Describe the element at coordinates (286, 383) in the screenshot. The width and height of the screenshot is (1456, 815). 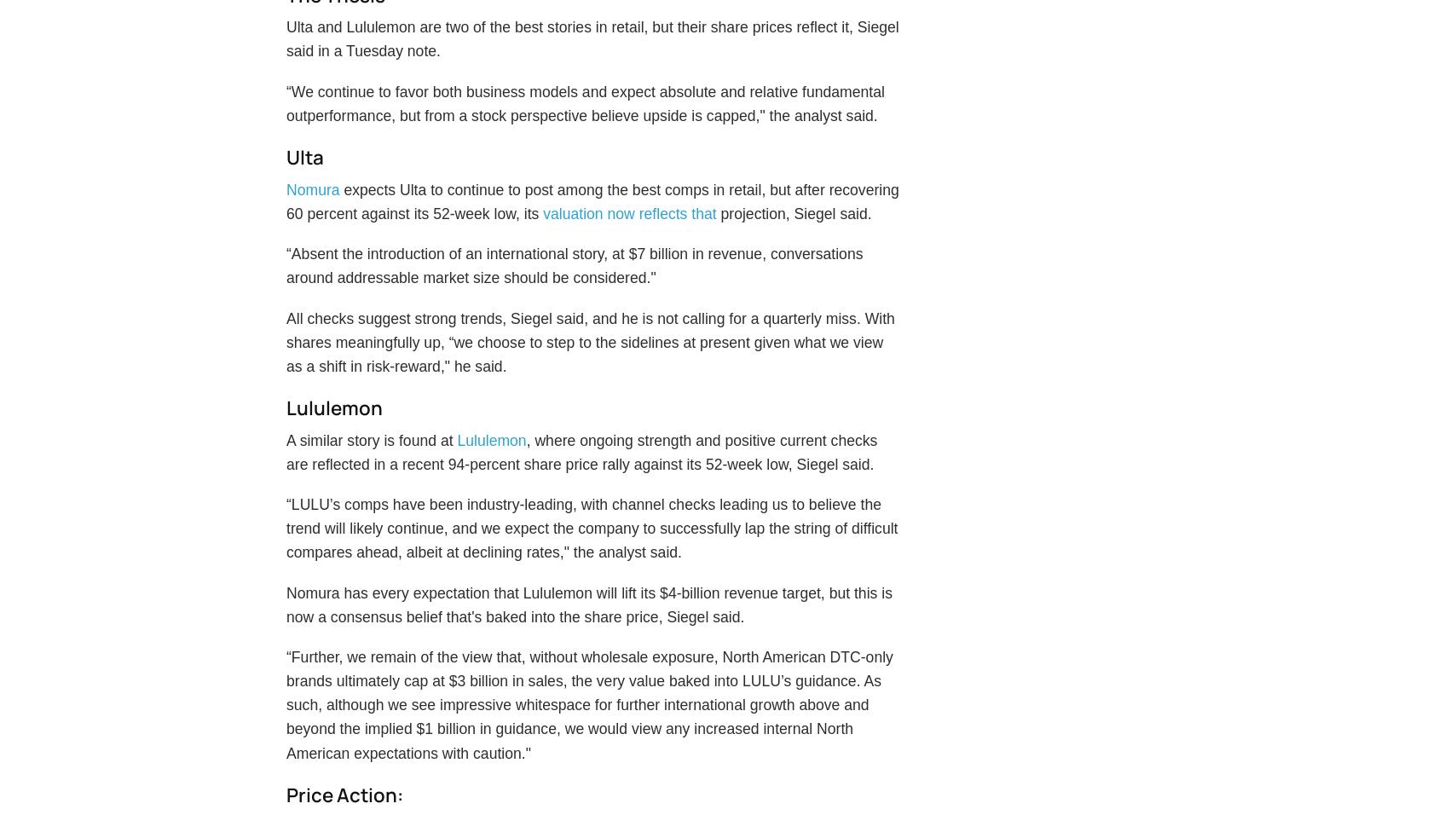
I see `'All checks suggest strong trends, Siegel said, and he is not calling for a quarterly miss. With shares meaningfully up, “we choose to step to the sidelines at present given what we view as a shift in risk-reward," he said.'` at that location.